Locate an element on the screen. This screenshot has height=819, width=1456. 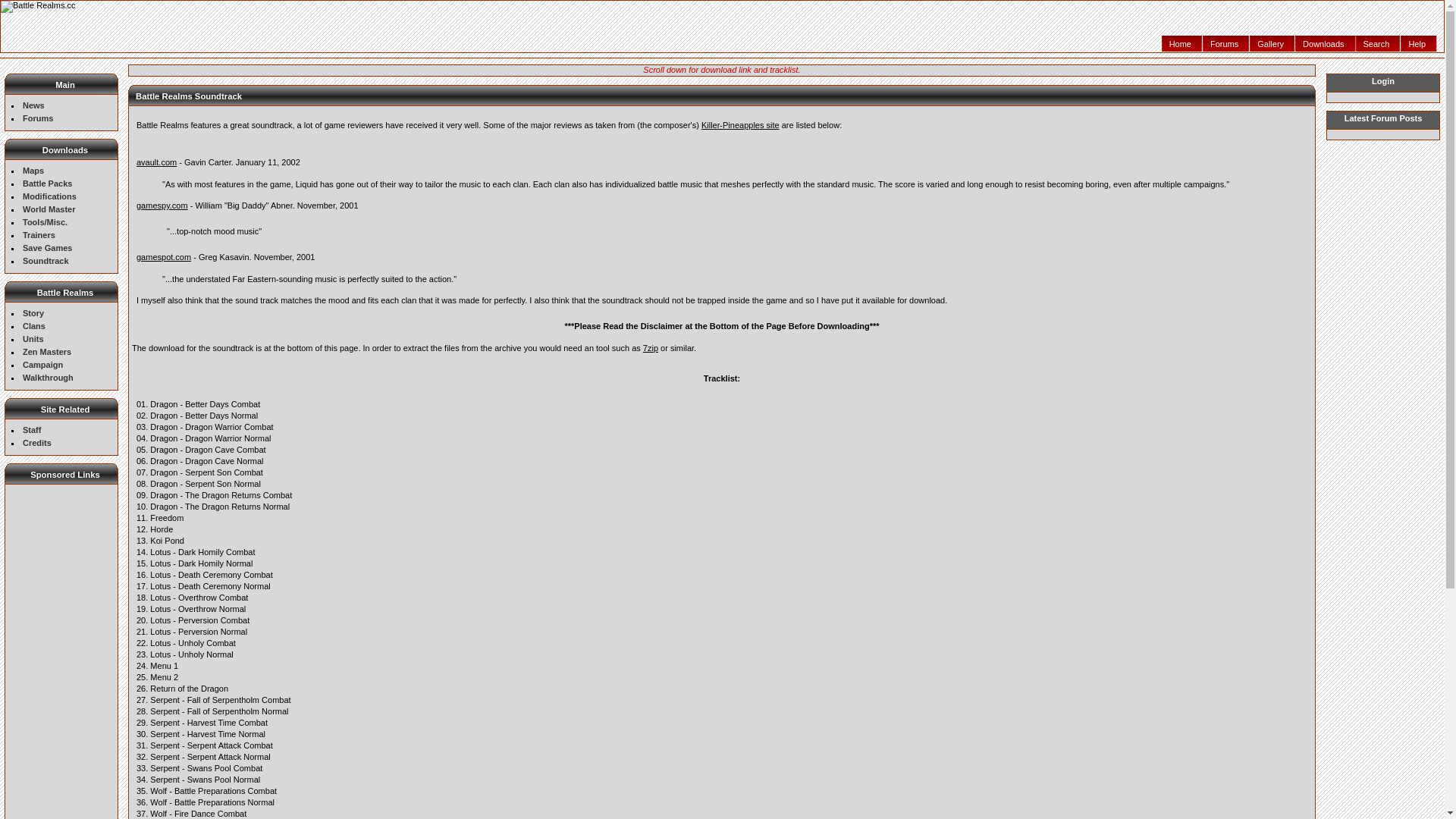
'Search' is located at coordinates (1379, 42).